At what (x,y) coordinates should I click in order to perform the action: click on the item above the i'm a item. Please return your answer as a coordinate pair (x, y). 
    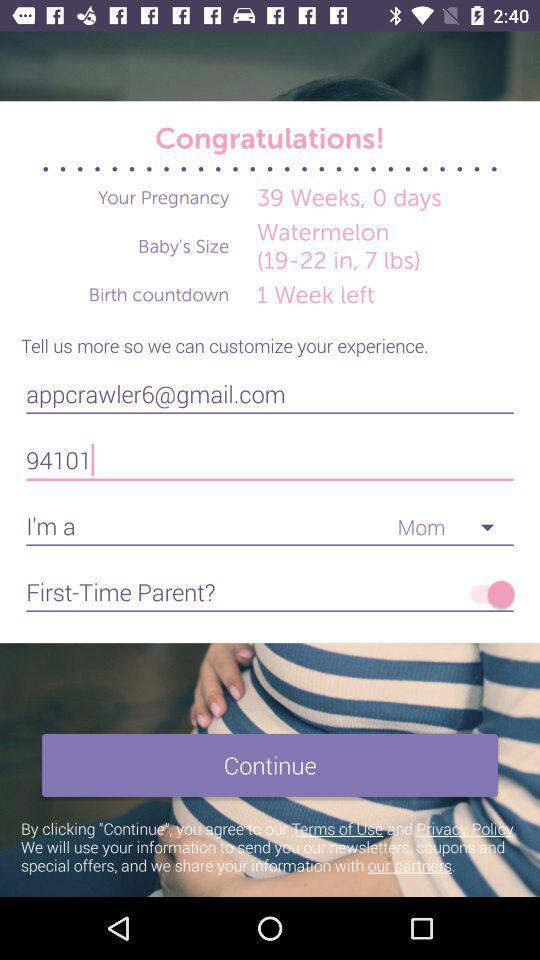
    Looking at the image, I should click on (270, 460).